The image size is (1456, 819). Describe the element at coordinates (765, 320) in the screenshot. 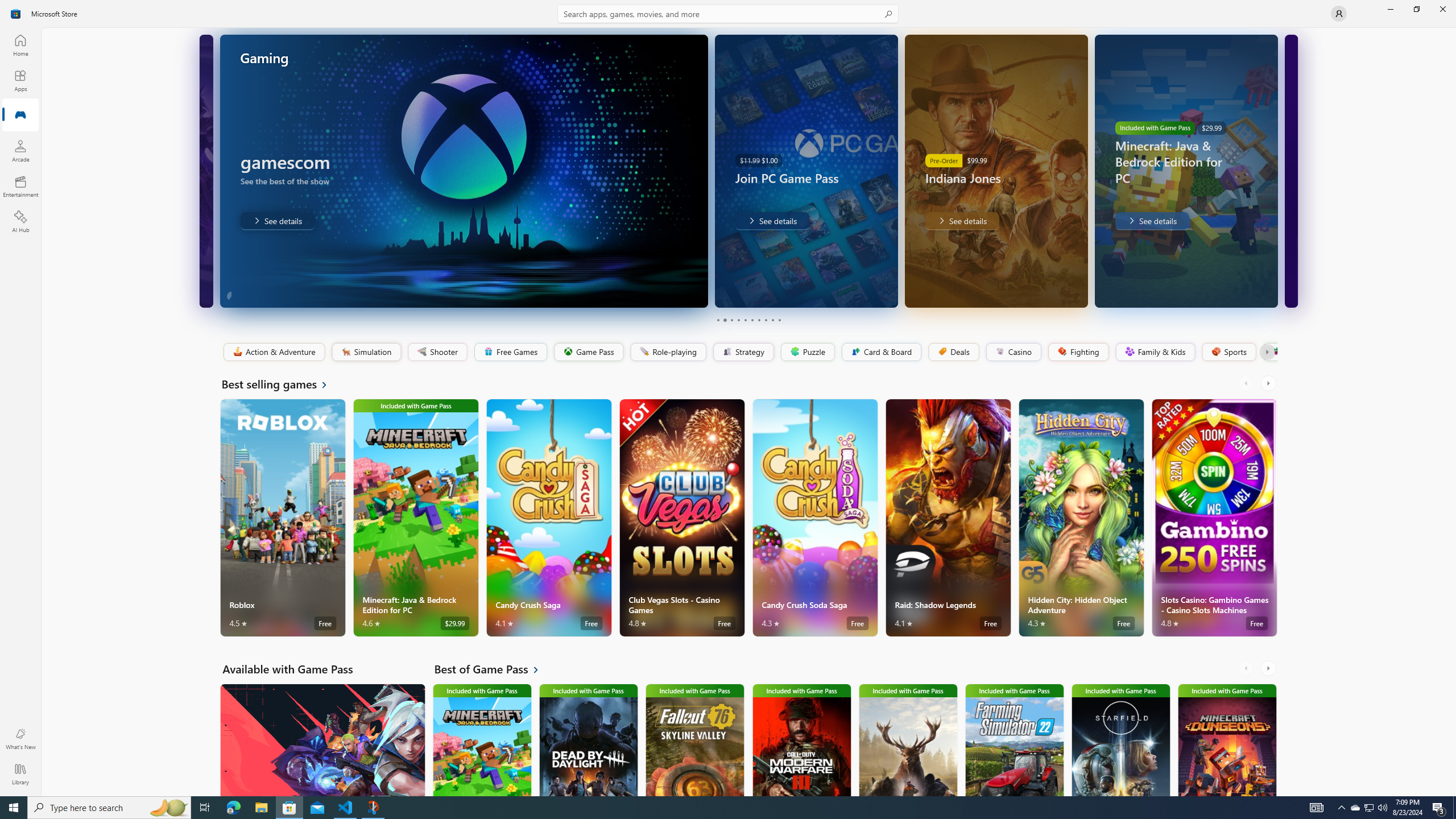

I see `'Page 8'` at that location.